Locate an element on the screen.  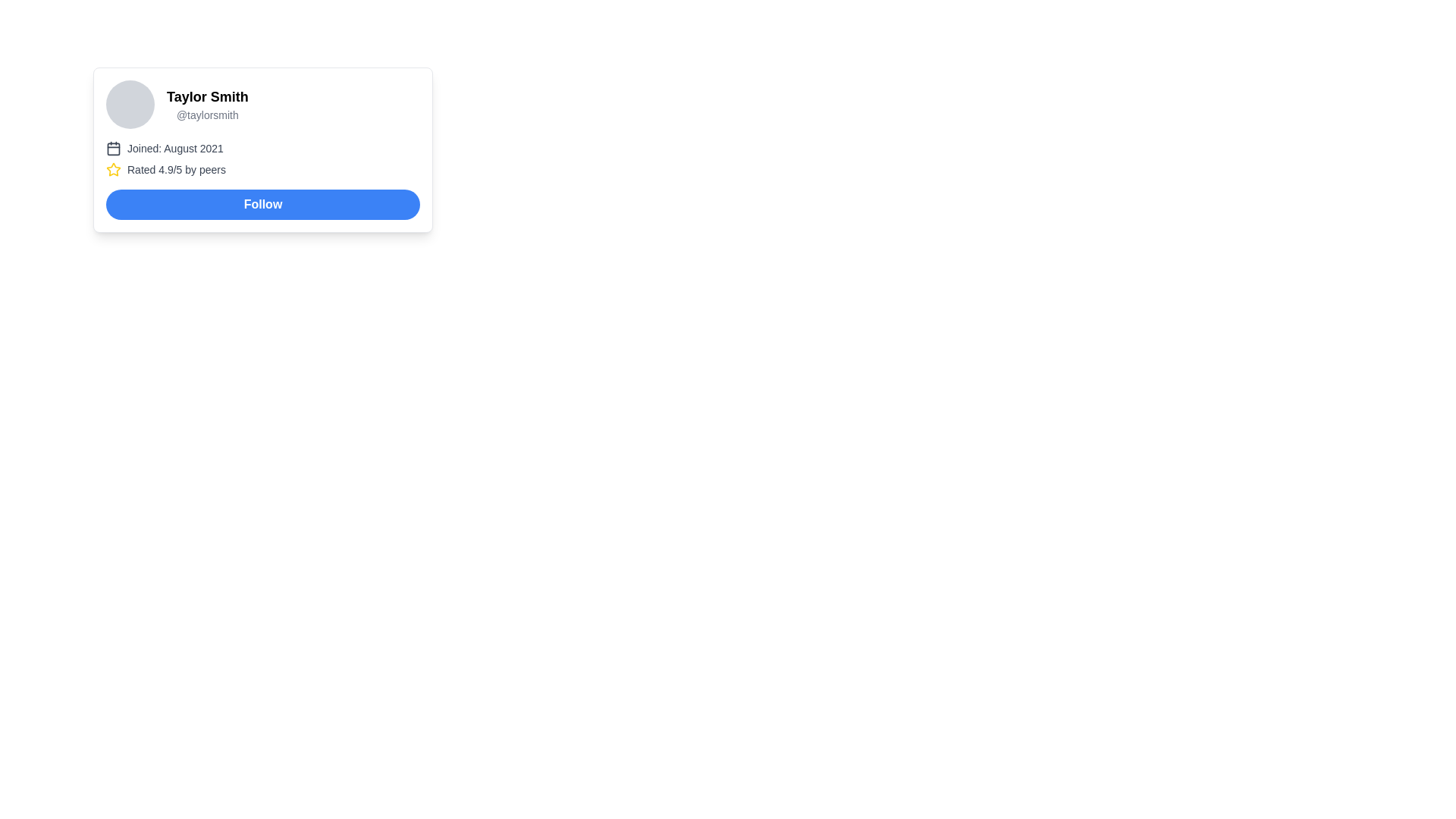
icon representing the user's joined date, located to the left of the text 'Joined: August 2021' in the upper-left corner of the user details section is located at coordinates (112, 149).